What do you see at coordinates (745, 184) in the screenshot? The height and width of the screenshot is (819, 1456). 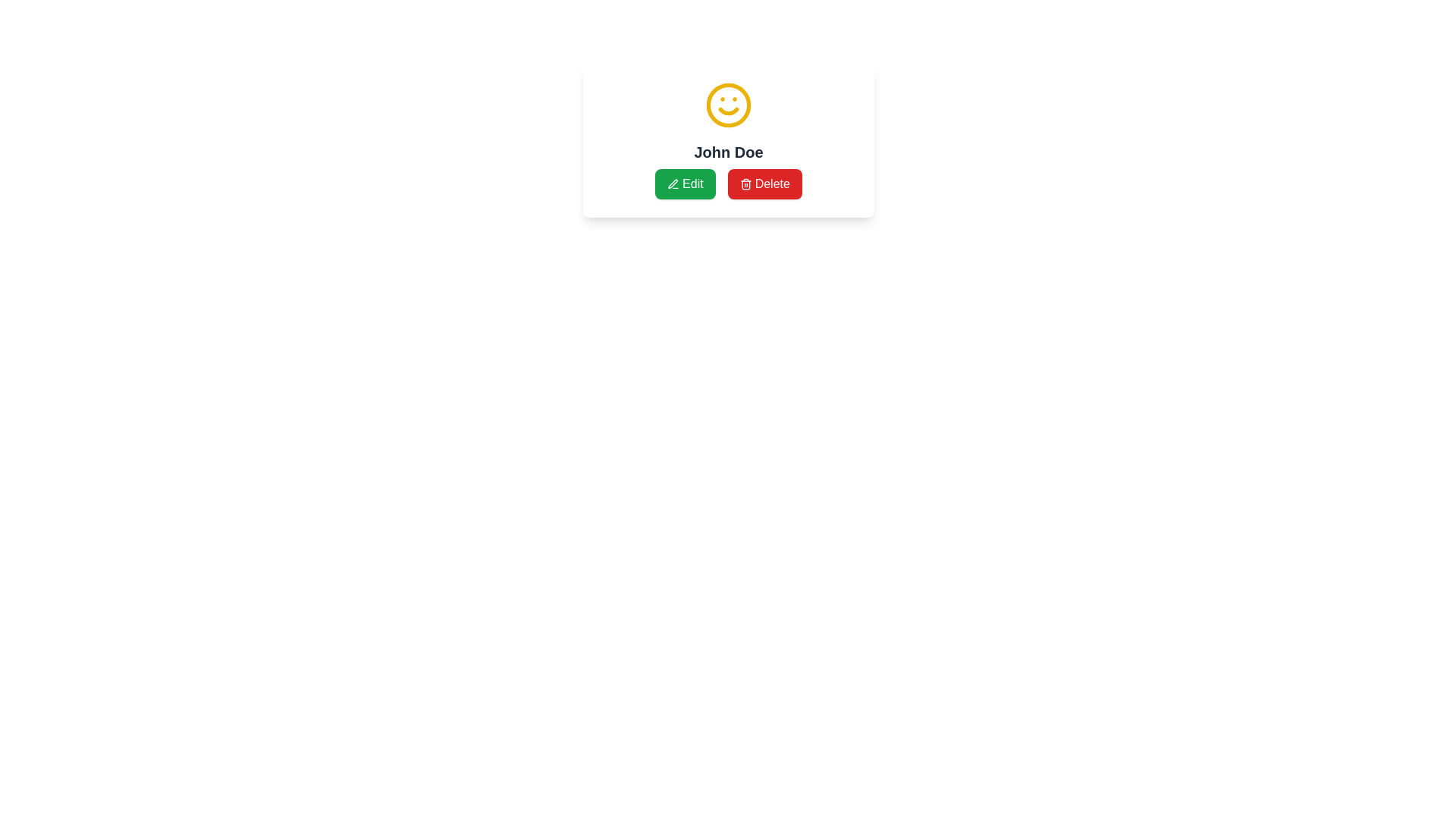 I see `the 'Delete' icon, which is represented by a trash bin image located to the right of the 'Delete' button below the name 'John Doe'` at bounding box center [745, 184].